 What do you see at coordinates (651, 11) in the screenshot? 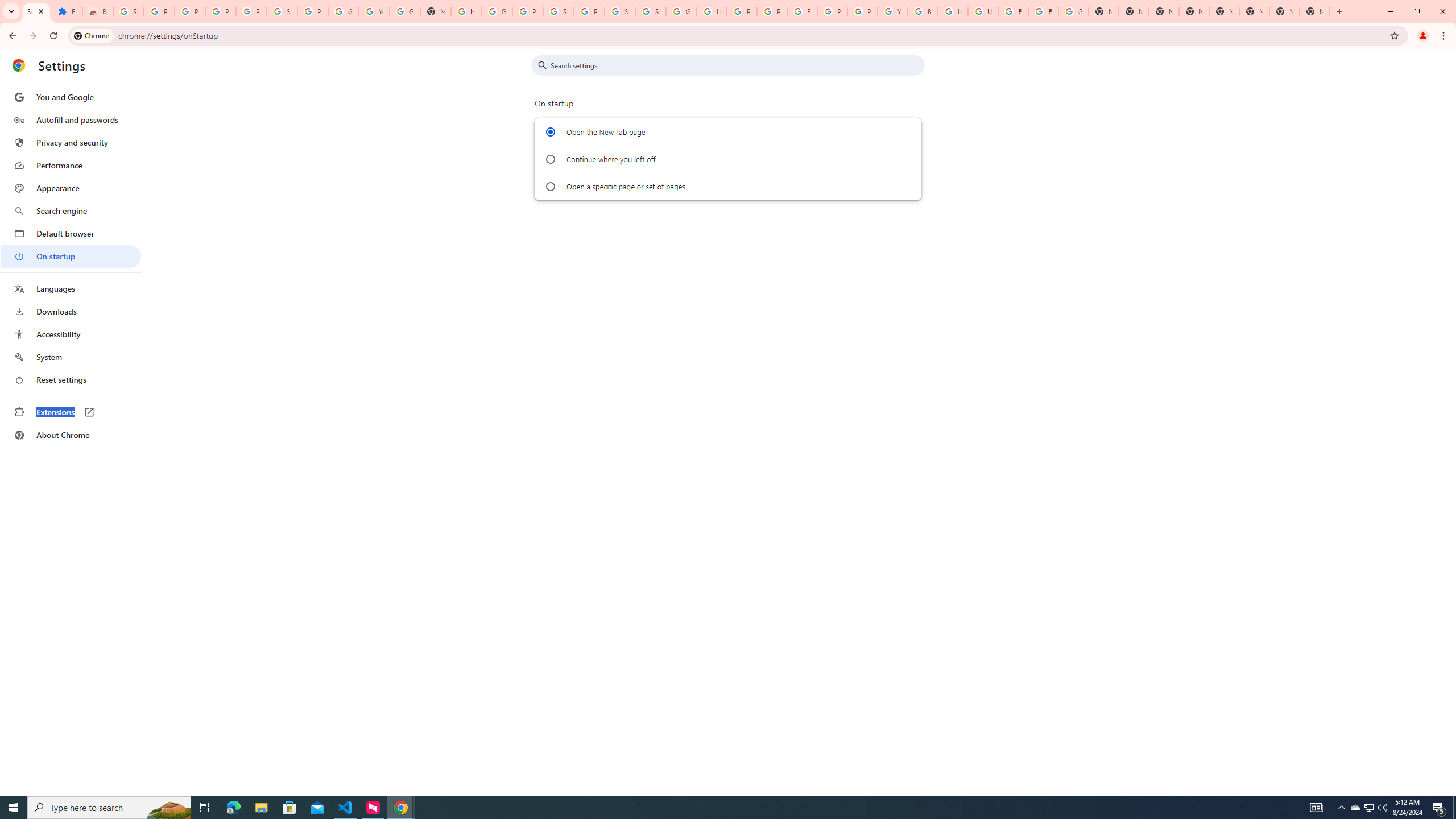
I see `'Sign in - Google Accounts'` at bounding box center [651, 11].